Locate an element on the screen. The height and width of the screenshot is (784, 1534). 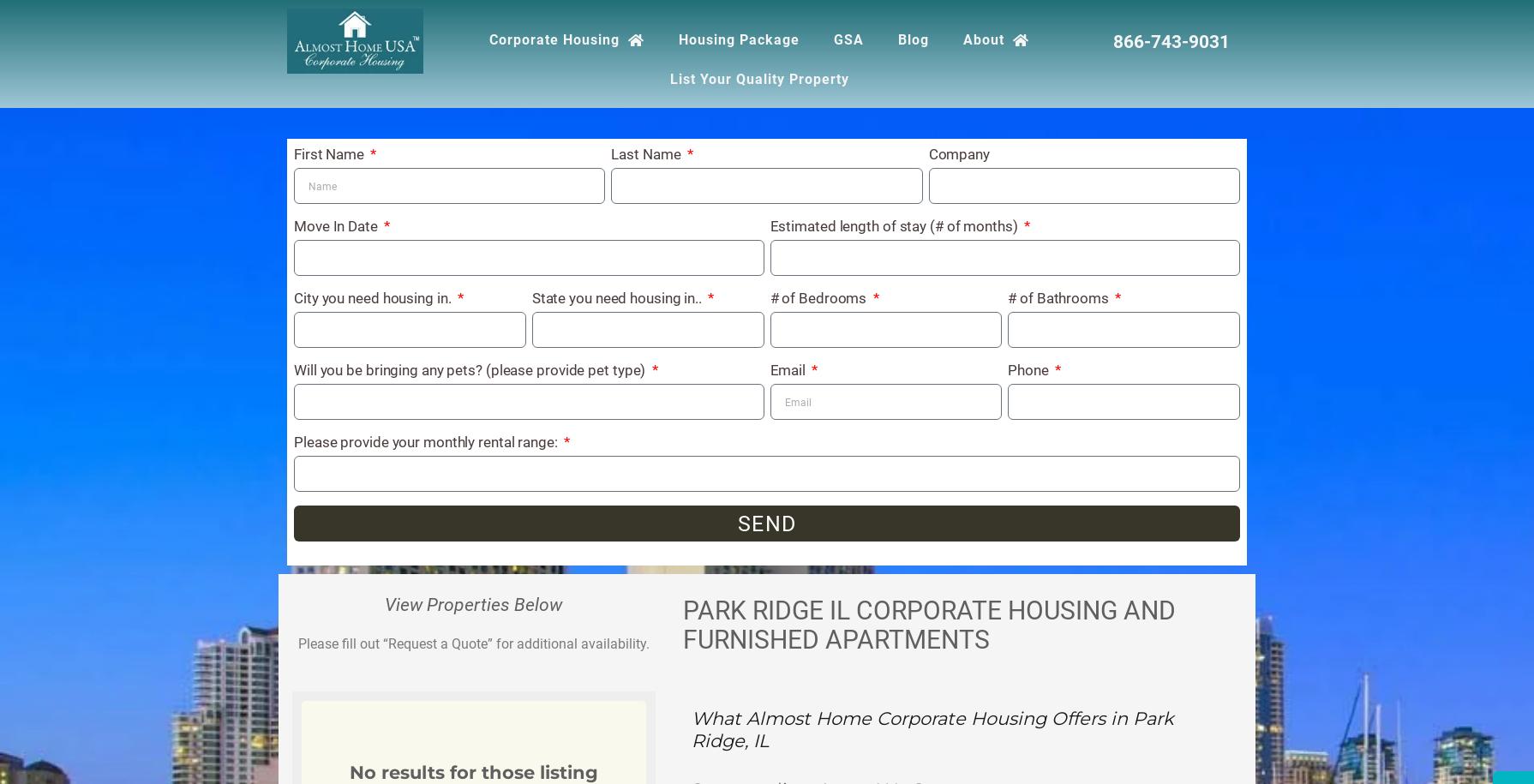
'Last Name' is located at coordinates (646, 153).